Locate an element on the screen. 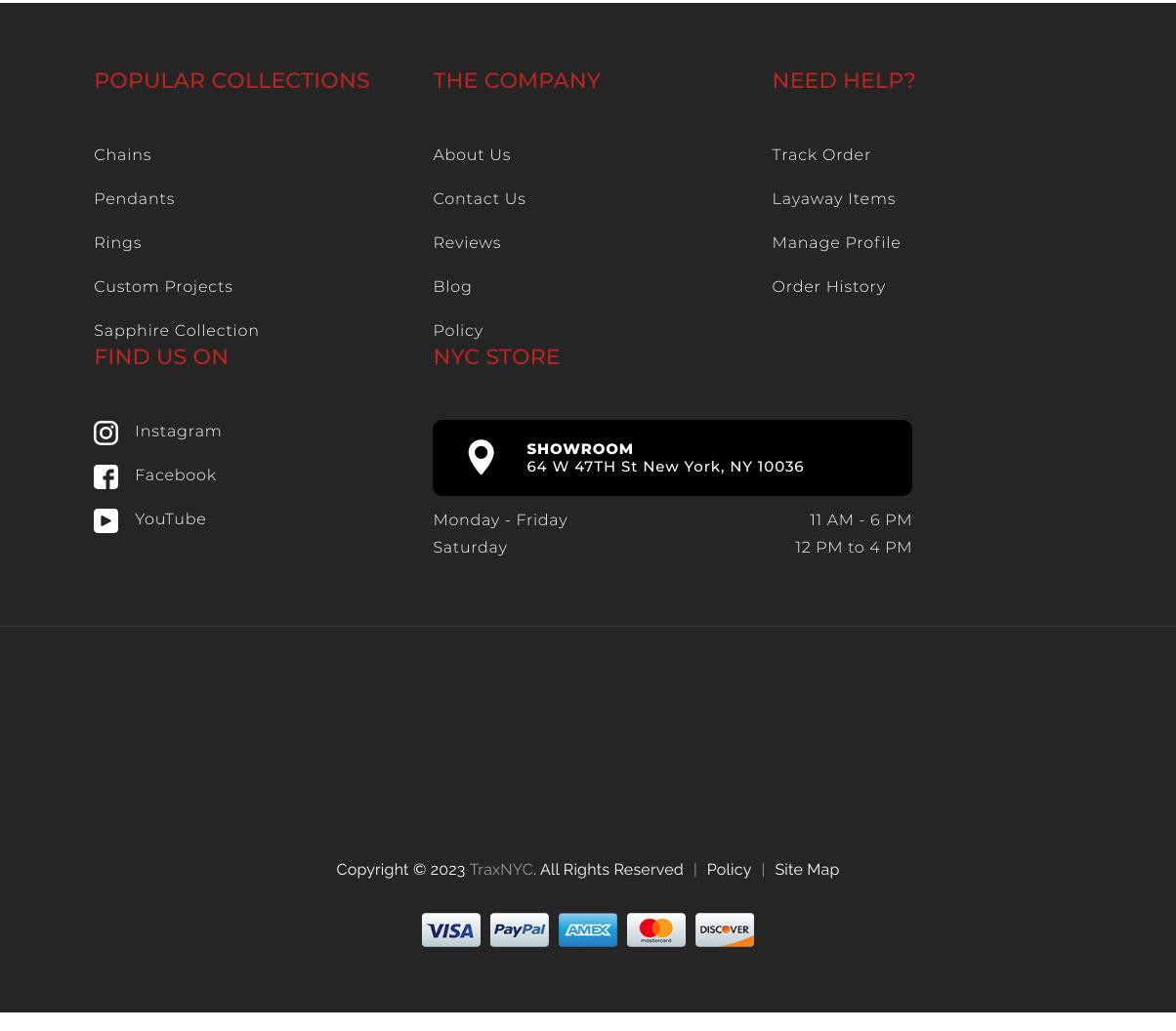  'Sapphire Collection' is located at coordinates (176, 330).